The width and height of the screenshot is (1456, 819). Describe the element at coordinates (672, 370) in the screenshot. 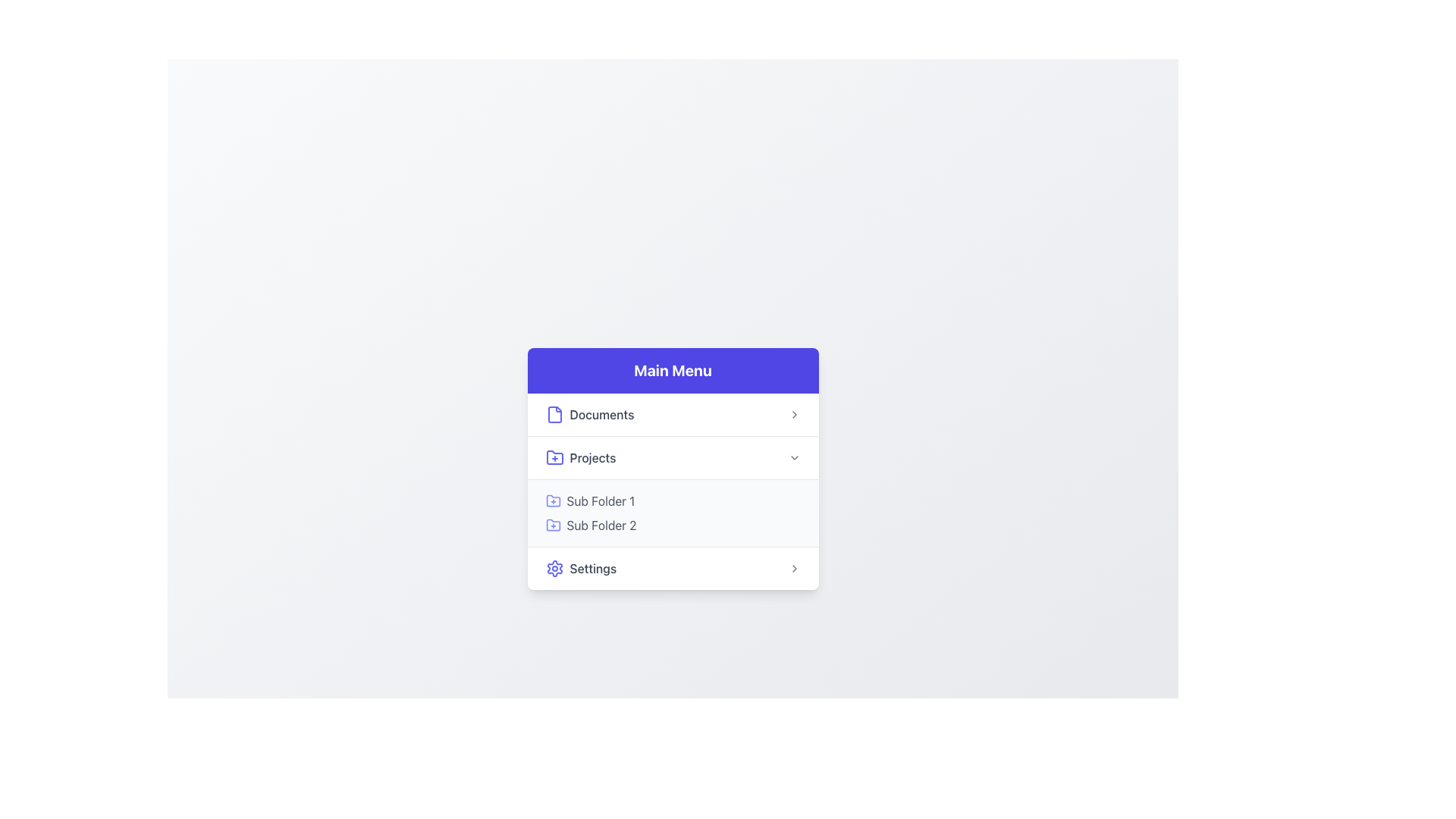

I see `text from the title label located at the top center of the pop-up menu, which provides context for the menu options` at that location.